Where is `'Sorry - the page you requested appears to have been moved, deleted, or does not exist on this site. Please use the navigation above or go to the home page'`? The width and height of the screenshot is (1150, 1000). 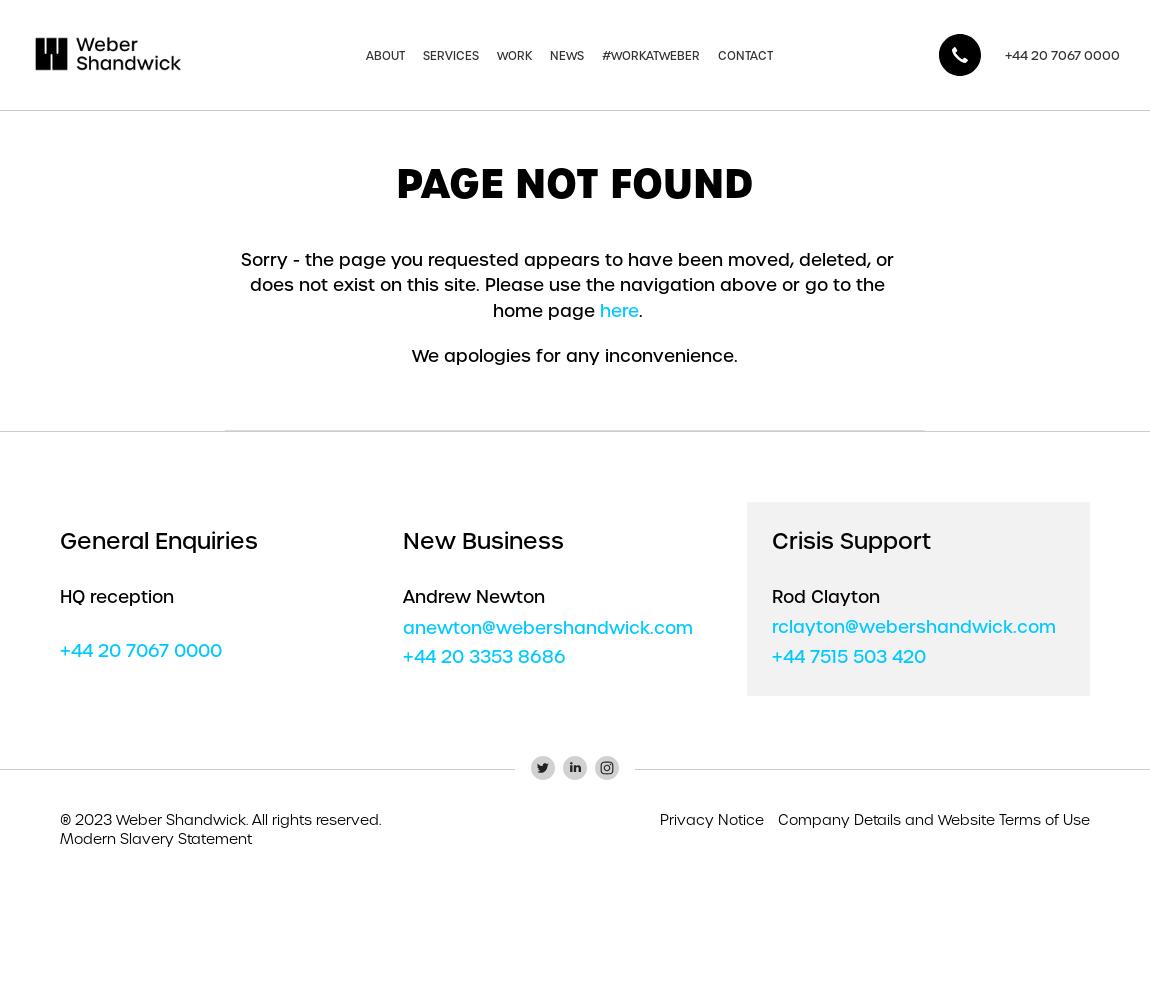 'Sorry - the page you requested appears to have been moved, deleted, or does not exist on this site. Please use the navigation above or go to the home page' is located at coordinates (240, 284).